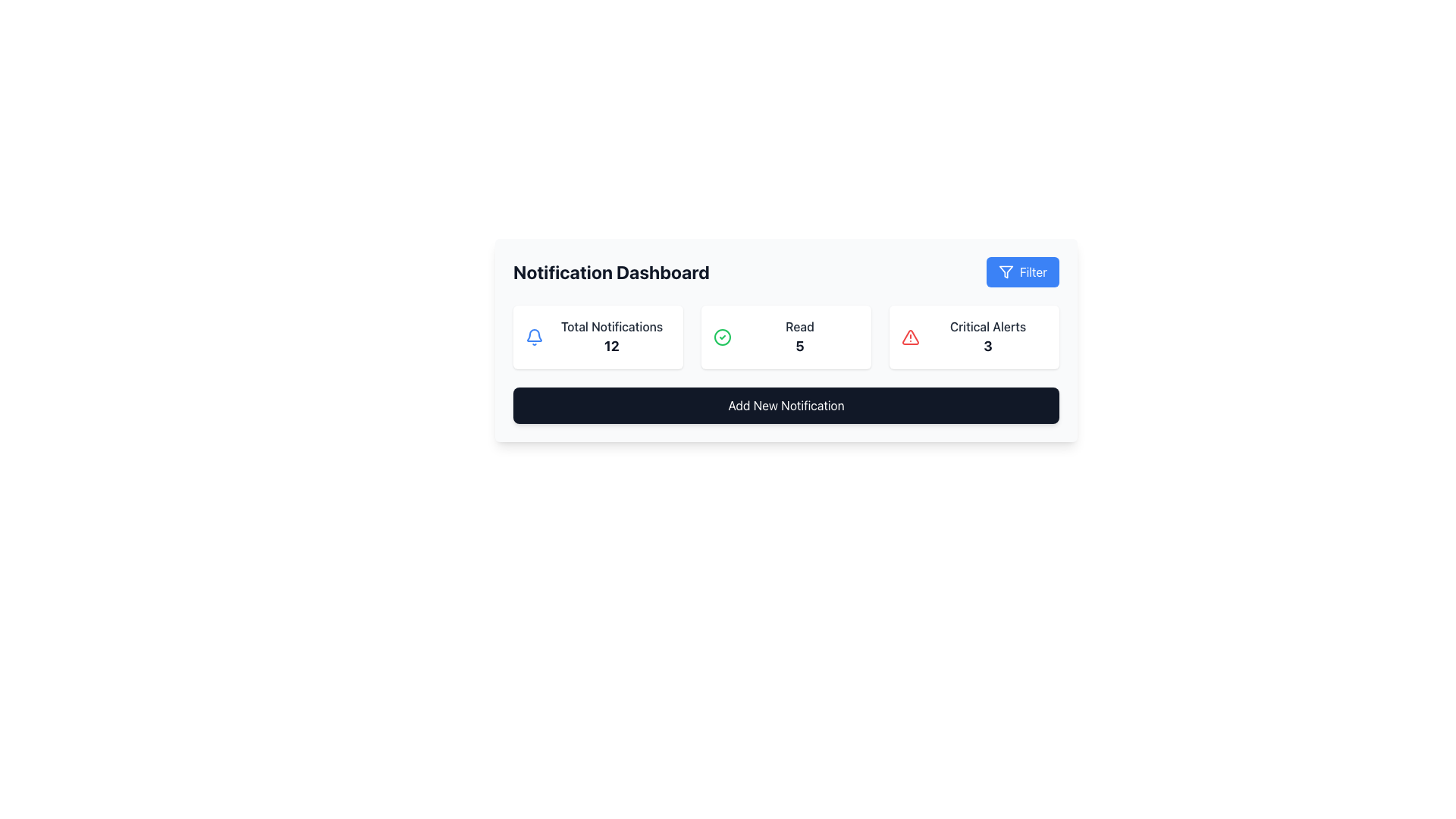 Image resolution: width=1456 pixels, height=819 pixels. What do you see at coordinates (611, 336) in the screenshot?
I see `total number of notifications displayed in the bold text element located in the top-left white card of the Notification Dashboard, which is beneath the blue bell icon` at bounding box center [611, 336].